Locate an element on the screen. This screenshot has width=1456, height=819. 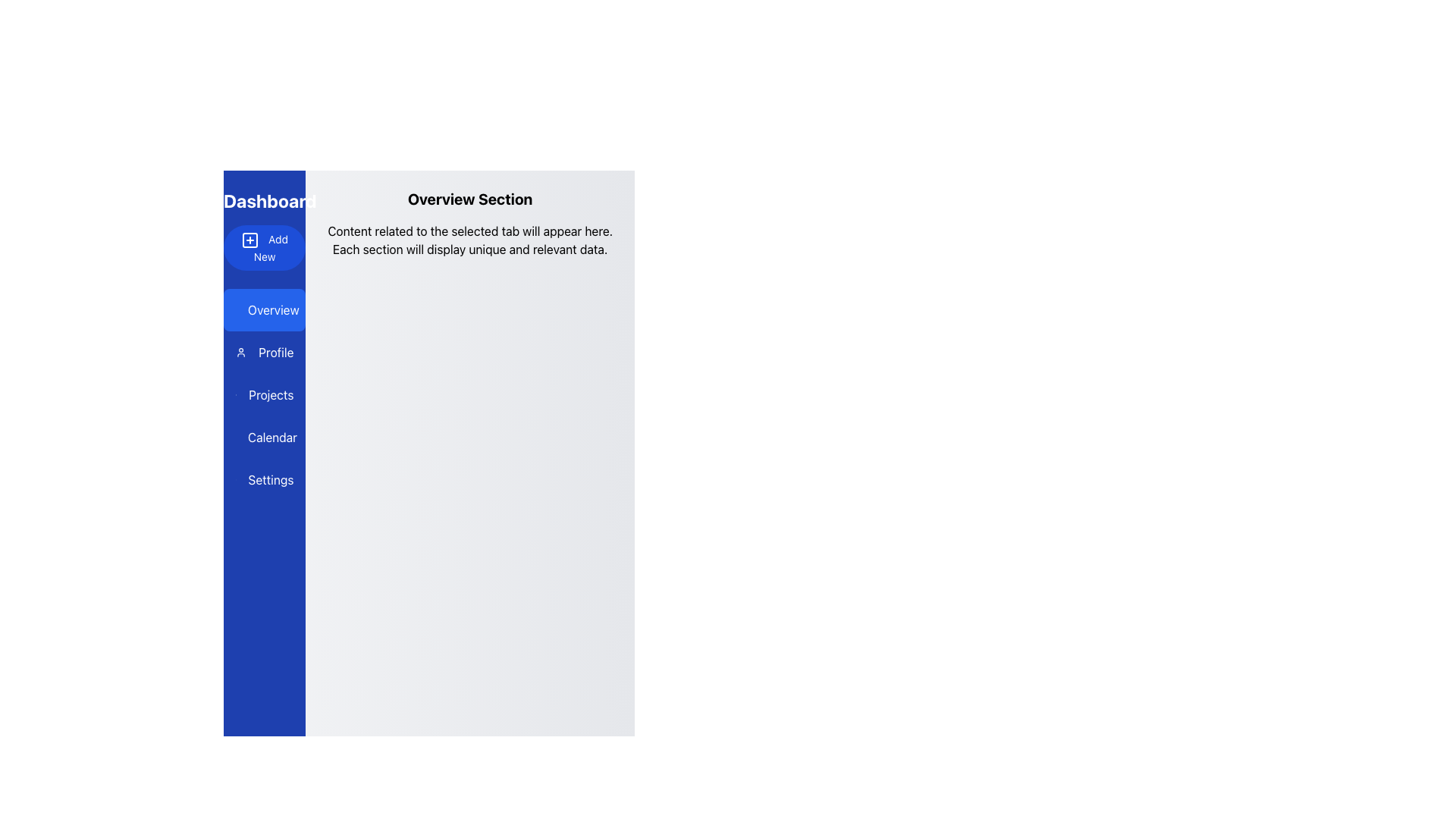
the 'Projects' text label in the sidebar navigation menu is located at coordinates (271, 394).